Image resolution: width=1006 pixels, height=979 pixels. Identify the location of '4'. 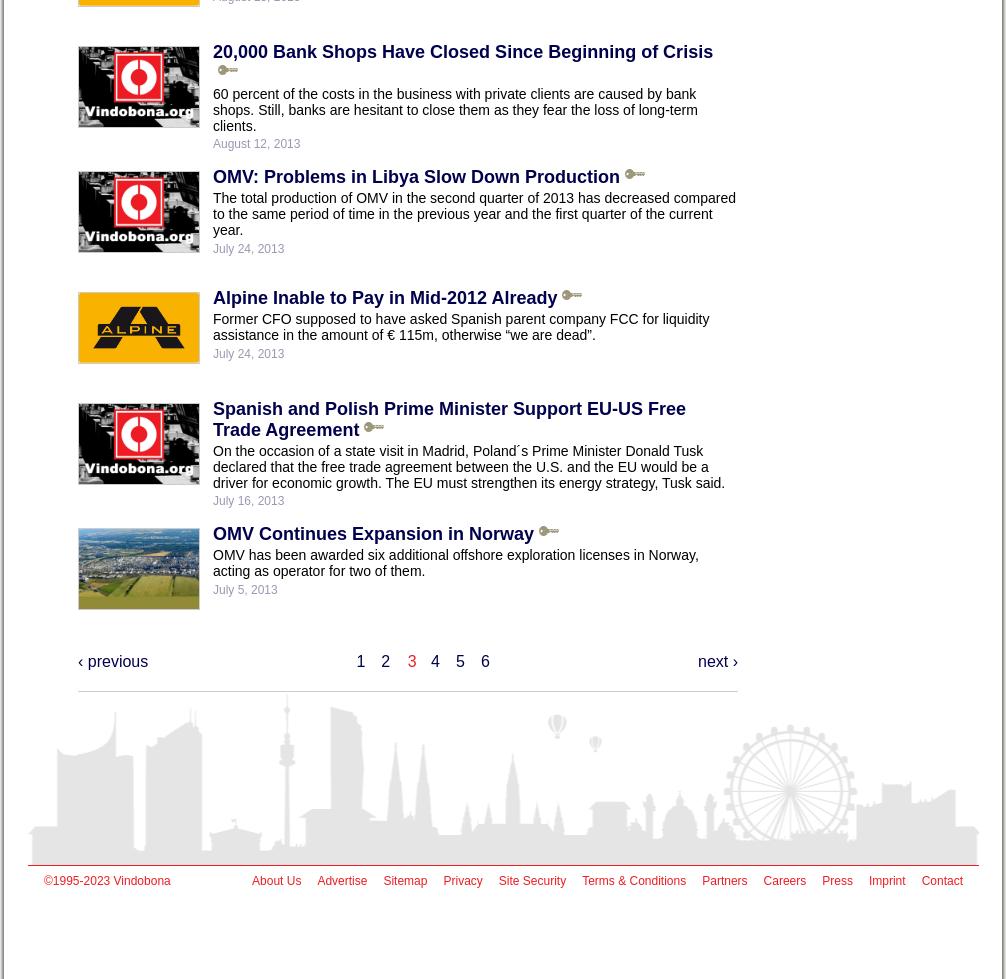
(434, 660).